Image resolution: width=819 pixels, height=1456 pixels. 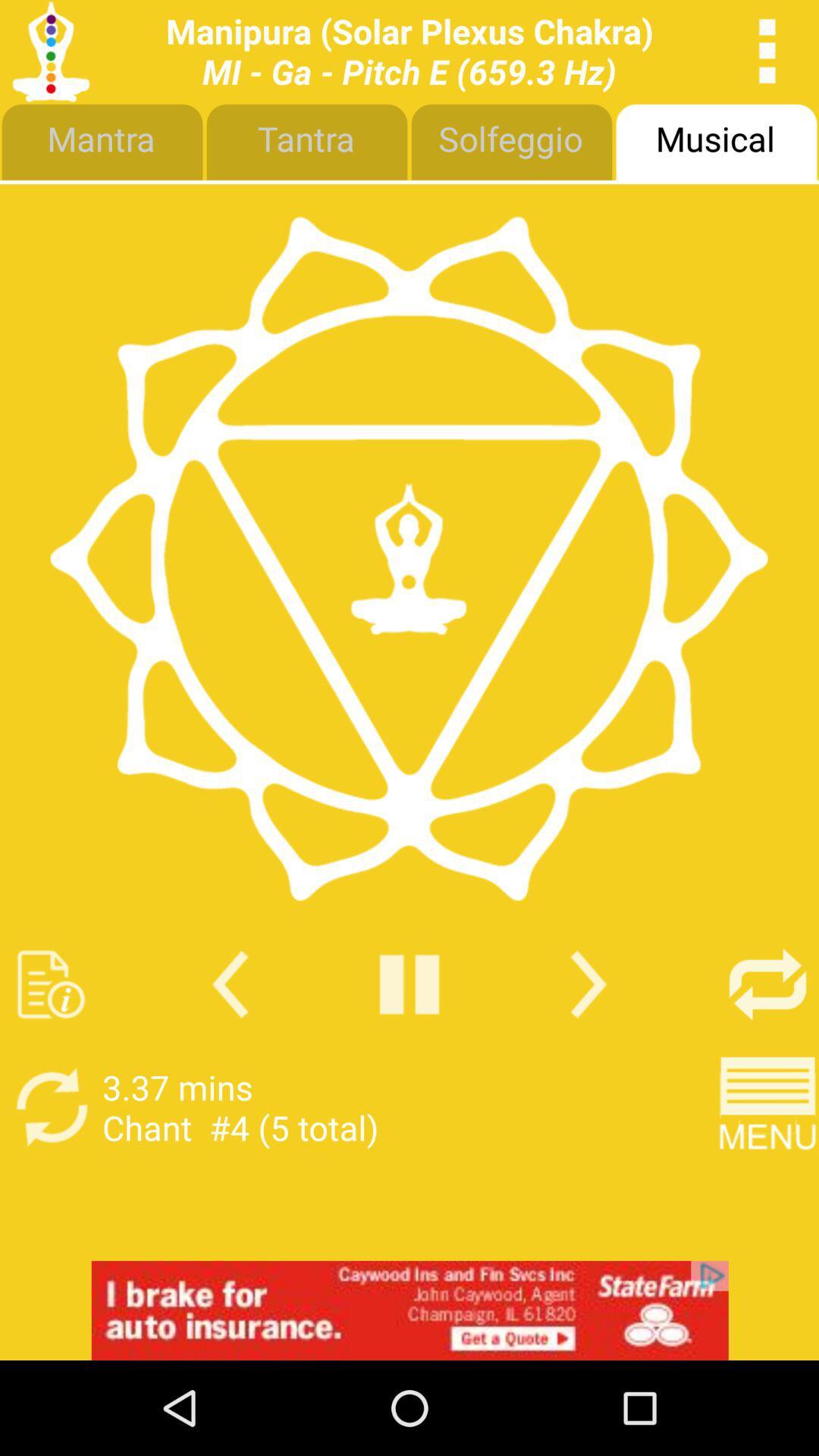 What do you see at coordinates (767, 1107) in the screenshot?
I see `menu button` at bounding box center [767, 1107].